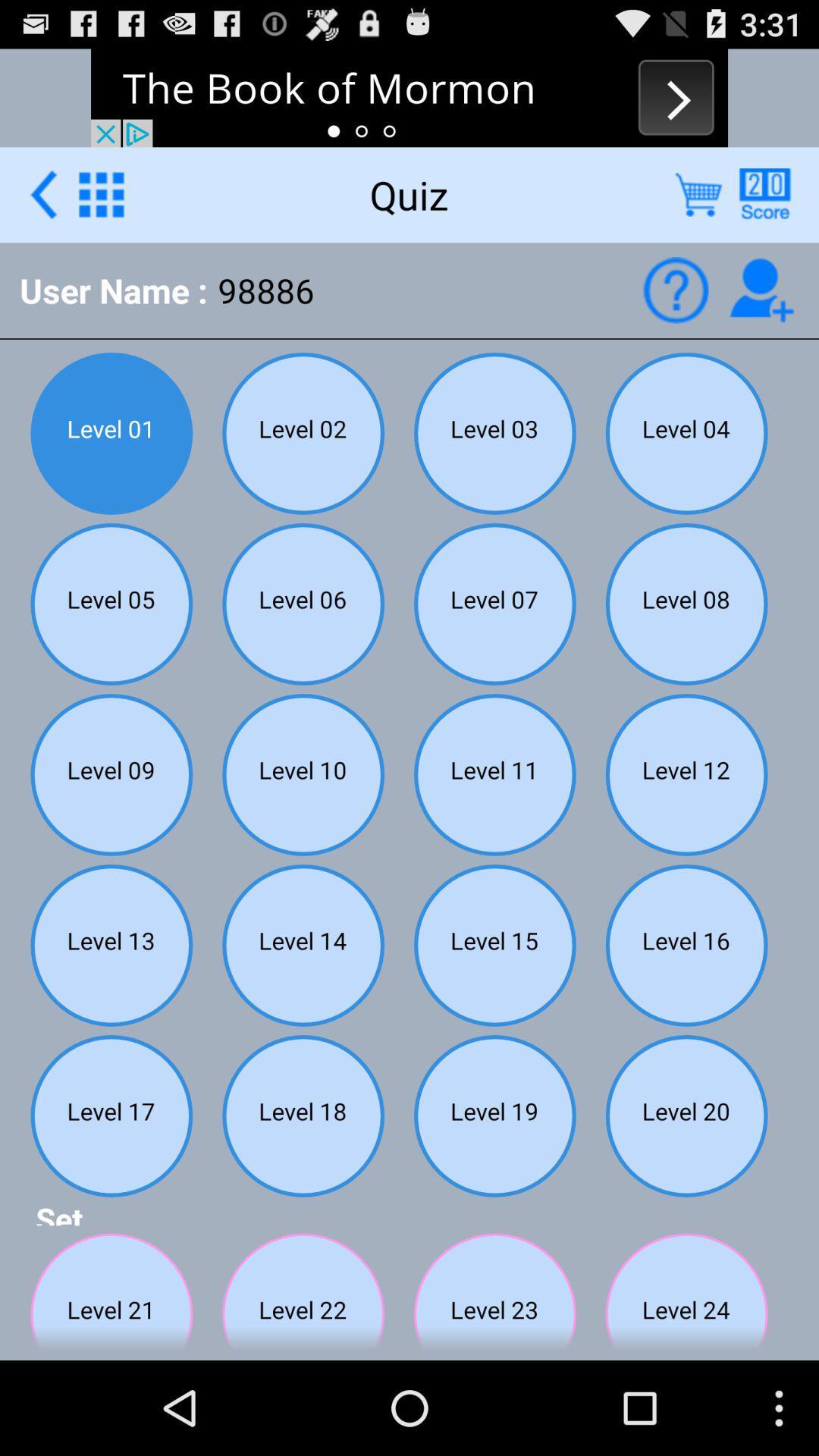 This screenshot has width=819, height=1456. What do you see at coordinates (764, 193) in the screenshot?
I see `see score` at bounding box center [764, 193].